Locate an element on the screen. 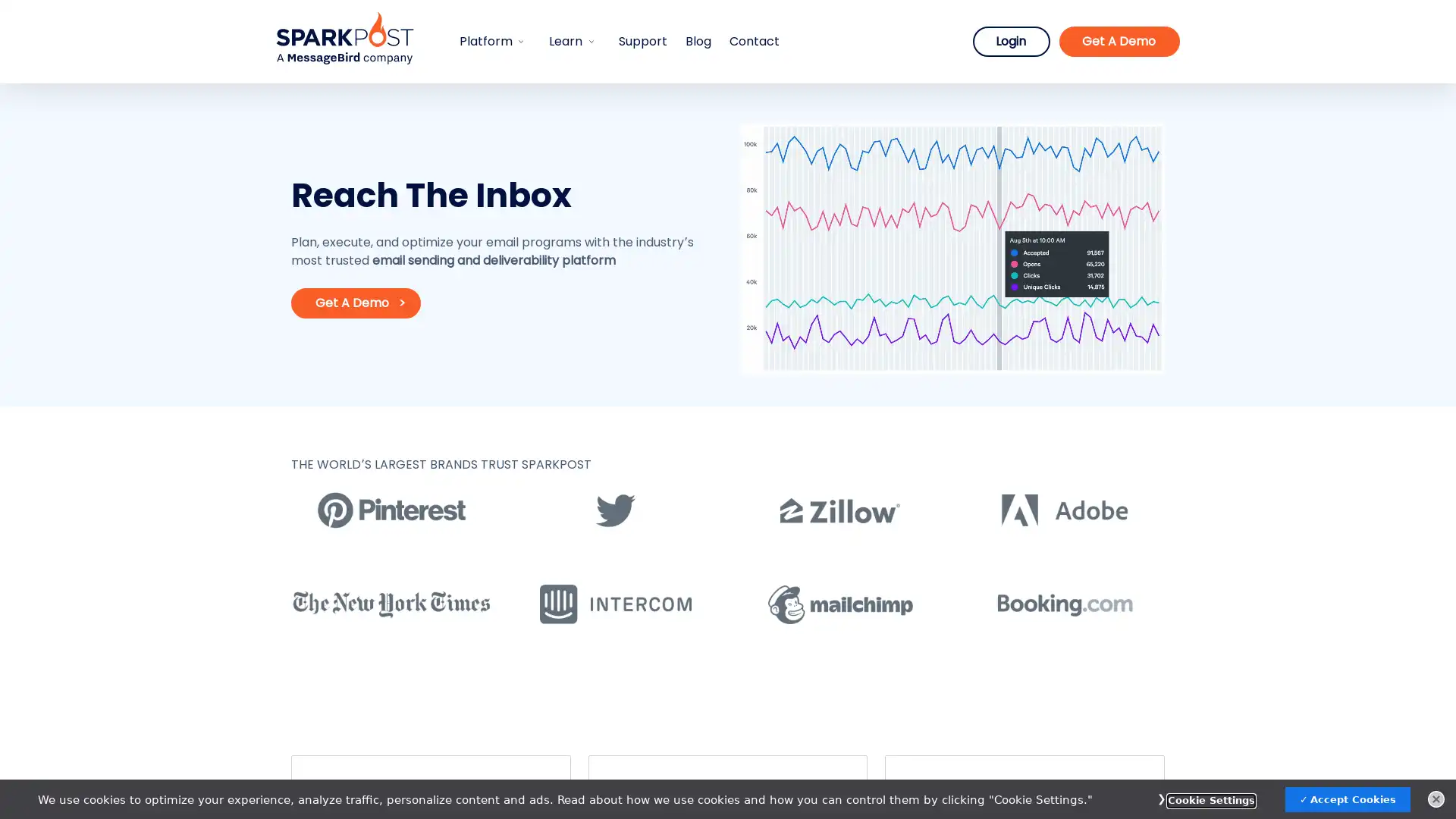 This screenshot has width=1456, height=819. Cookie Settings is located at coordinates (1210, 799).